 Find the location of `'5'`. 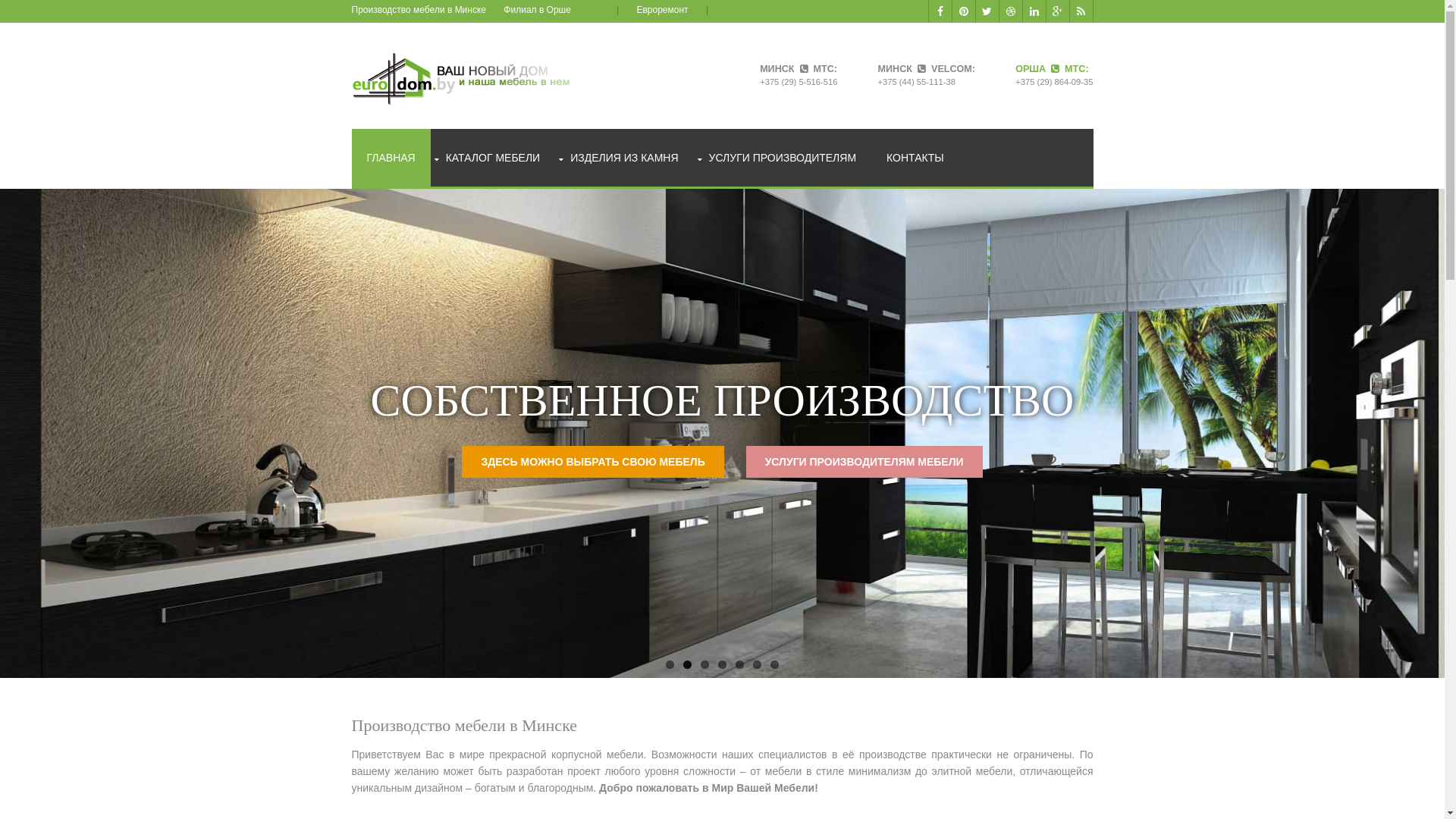

'5' is located at coordinates (739, 664).